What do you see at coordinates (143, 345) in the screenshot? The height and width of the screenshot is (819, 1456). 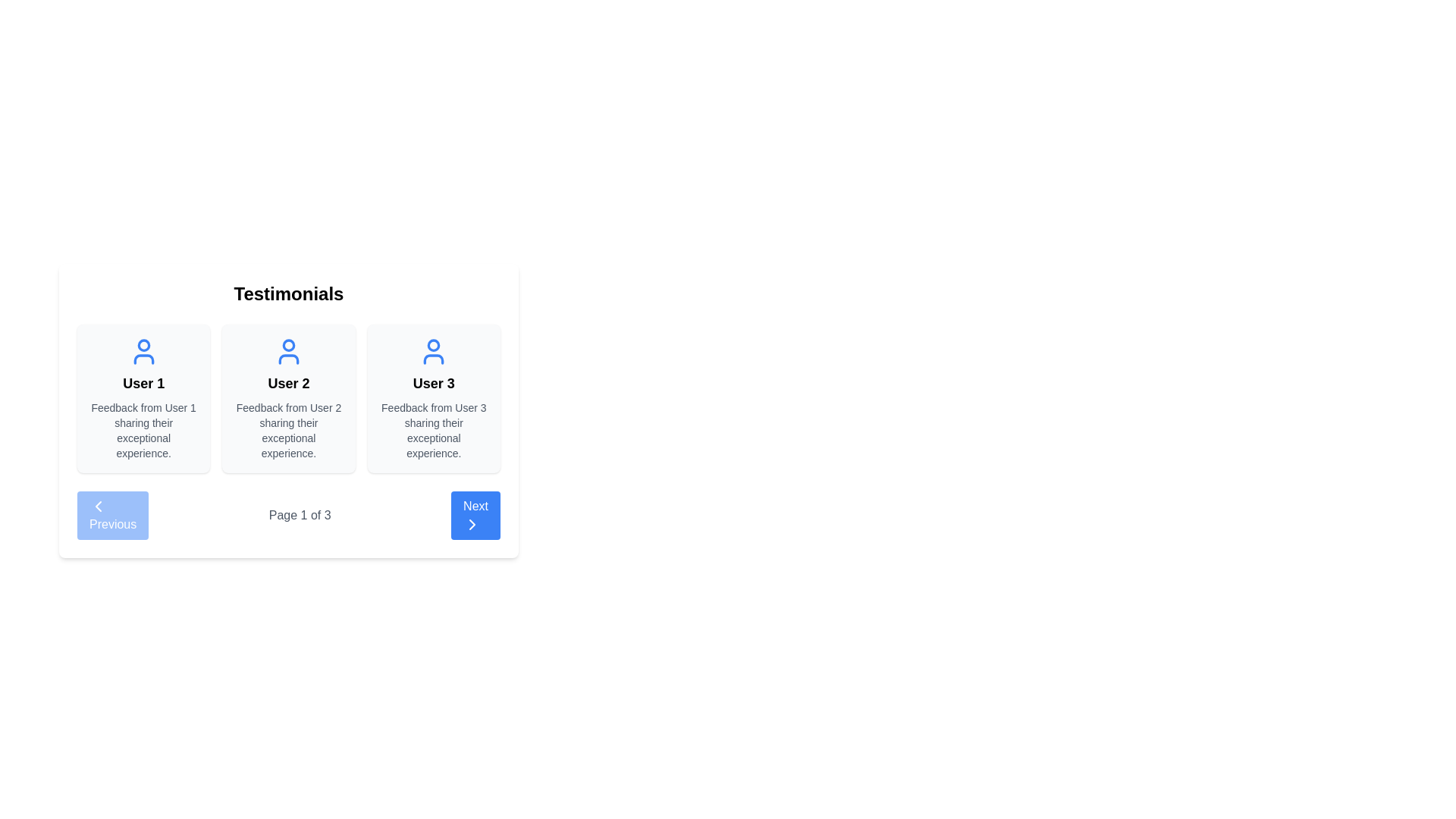 I see `the circular avatar icon within the blue user figure in the center-top of the first testimonial card labeled 'User 1' under the header 'Testimonials'` at bounding box center [143, 345].